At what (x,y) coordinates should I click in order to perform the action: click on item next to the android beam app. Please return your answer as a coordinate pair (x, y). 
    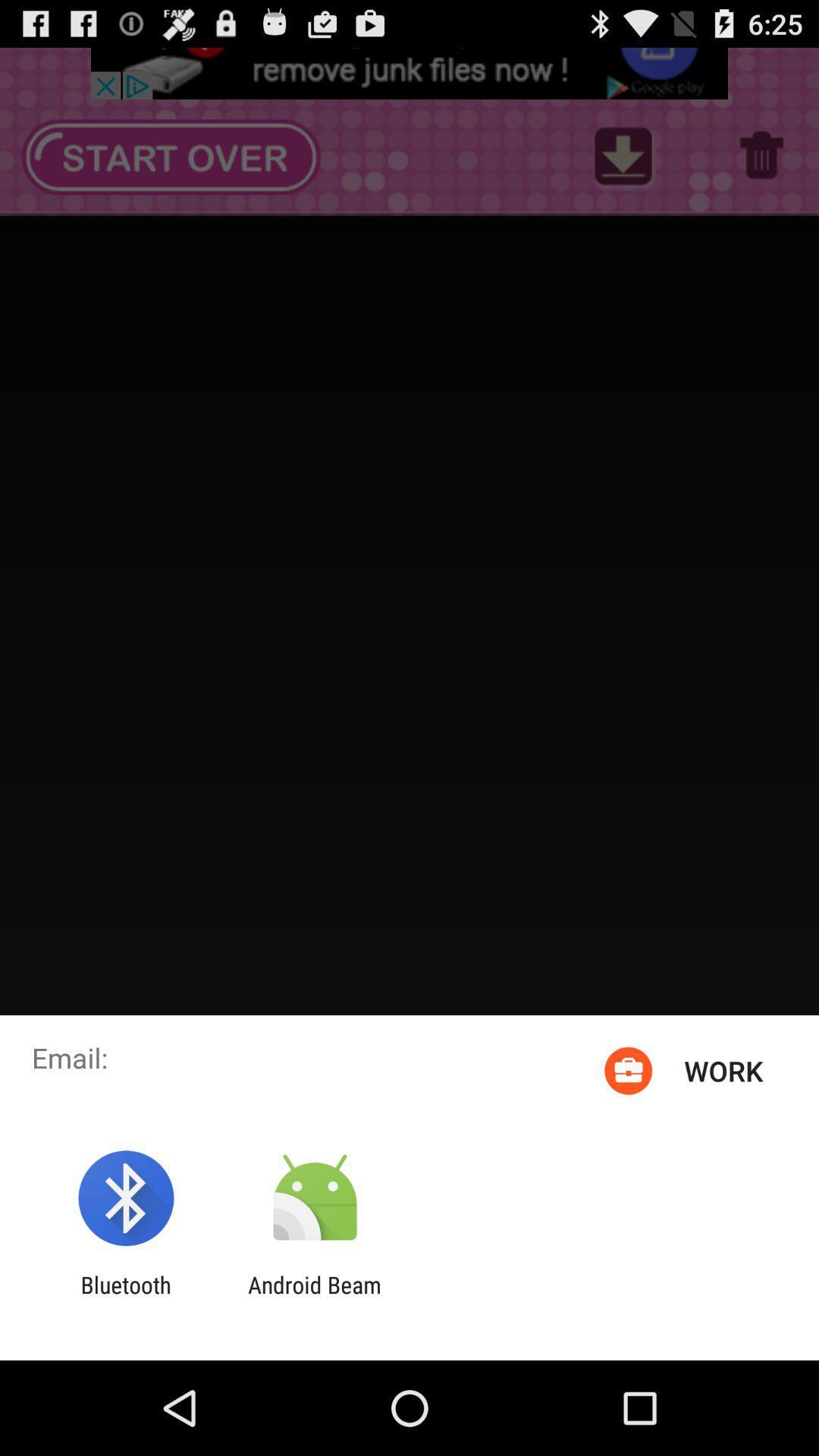
    Looking at the image, I should click on (125, 1298).